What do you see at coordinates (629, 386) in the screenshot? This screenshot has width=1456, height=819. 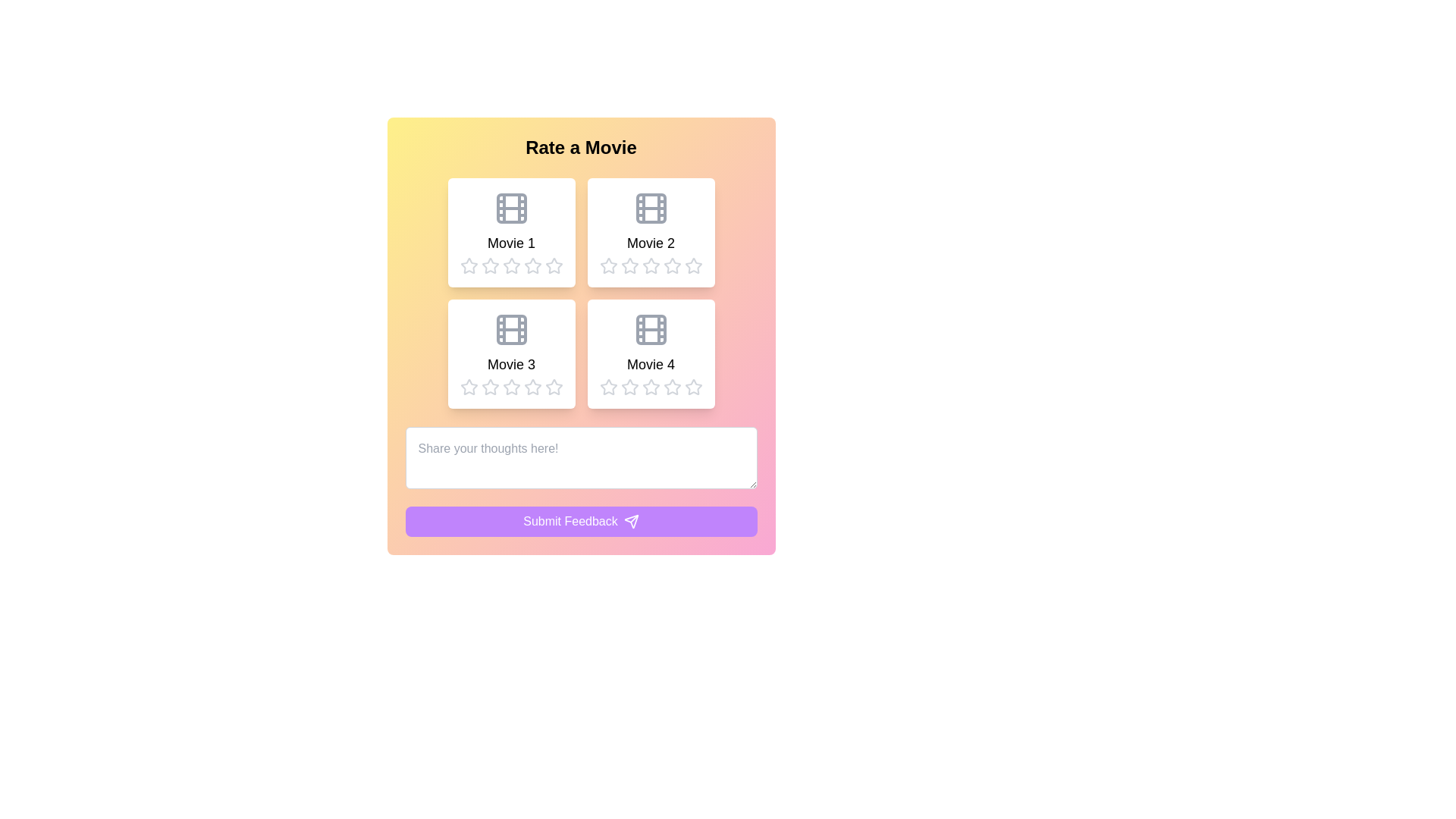 I see `the first star in the five-star rating system under the 'Movie 4' label for keyboard interaction` at bounding box center [629, 386].